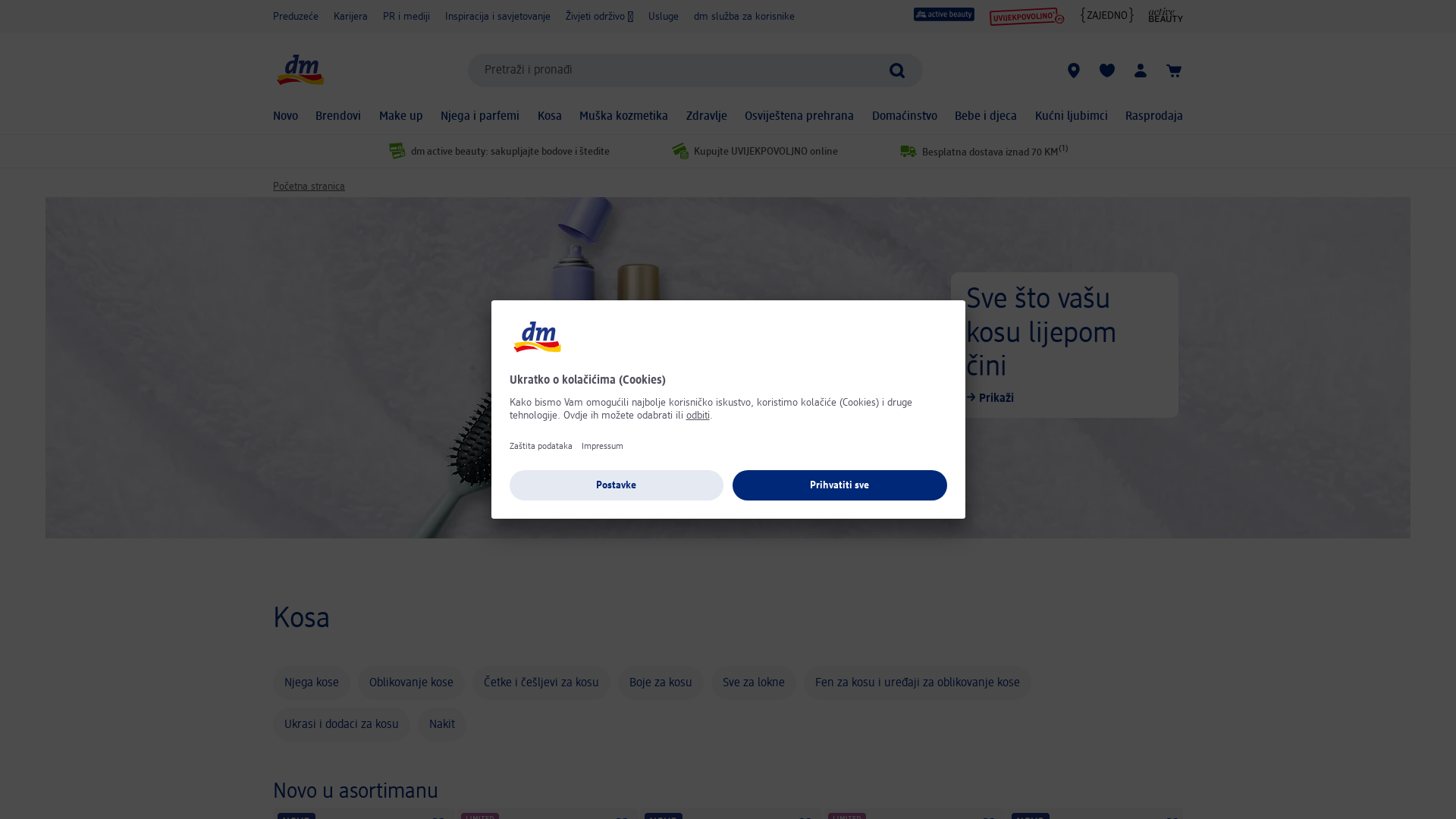 The height and width of the screenshot is (819, 1456). I want to click on 'Oblikovanje kose', so click(405, 682).